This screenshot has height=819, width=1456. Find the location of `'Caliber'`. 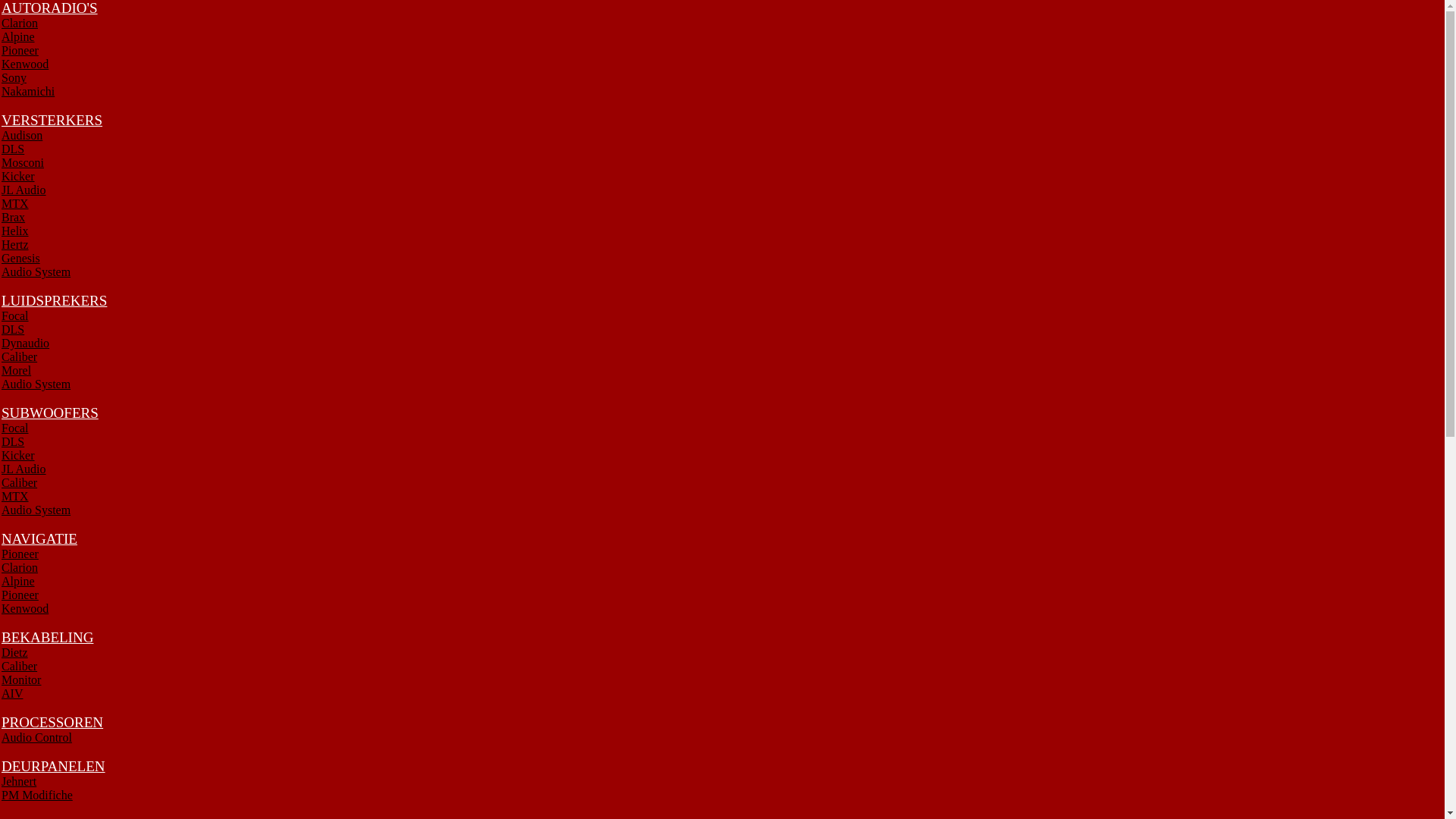

'Caliber' is located at coordinates (19, 482).